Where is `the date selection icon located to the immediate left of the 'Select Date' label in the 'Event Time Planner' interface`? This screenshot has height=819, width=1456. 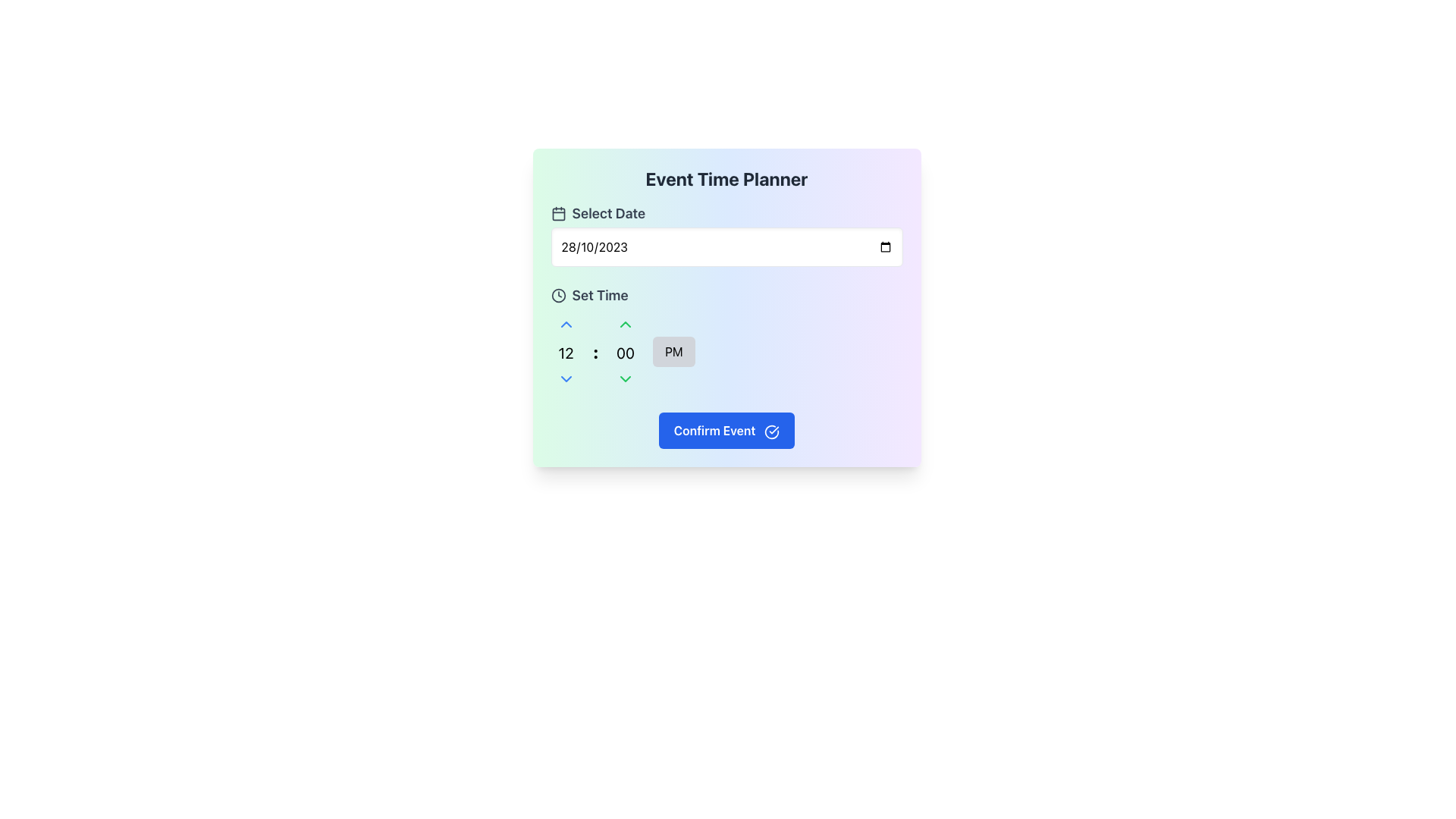
the date selection icon located to the immediate left of the 'Select Date' label in the 'Event Time Planner' interface is located at coordinates (557, 213).